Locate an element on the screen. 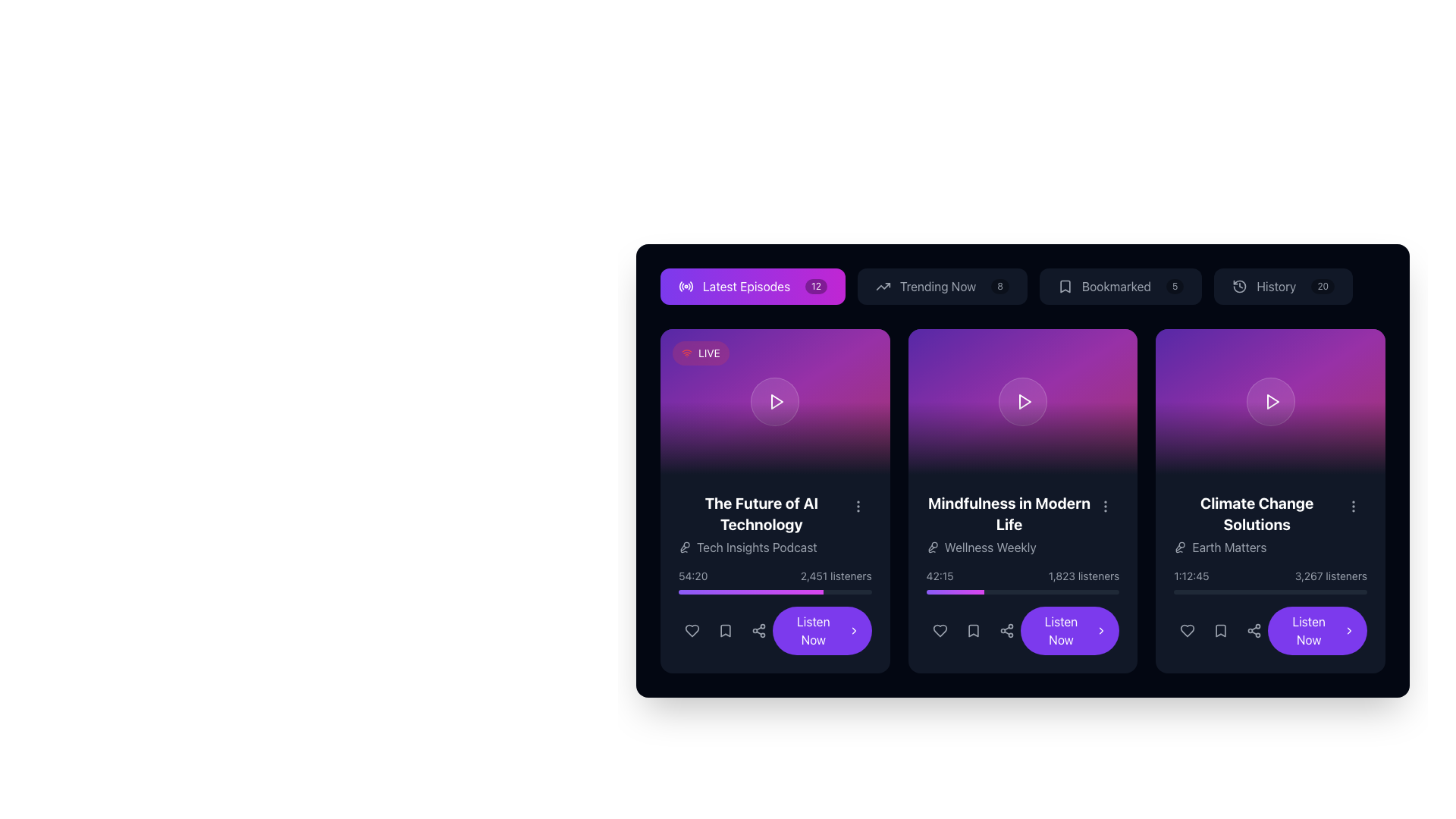  the text label that displays 'Climate Change Solutions' and 'Earth Matters', which is located at the top of the third card in a horizontal row within a grid layout is located at coordinates (1257, 523).